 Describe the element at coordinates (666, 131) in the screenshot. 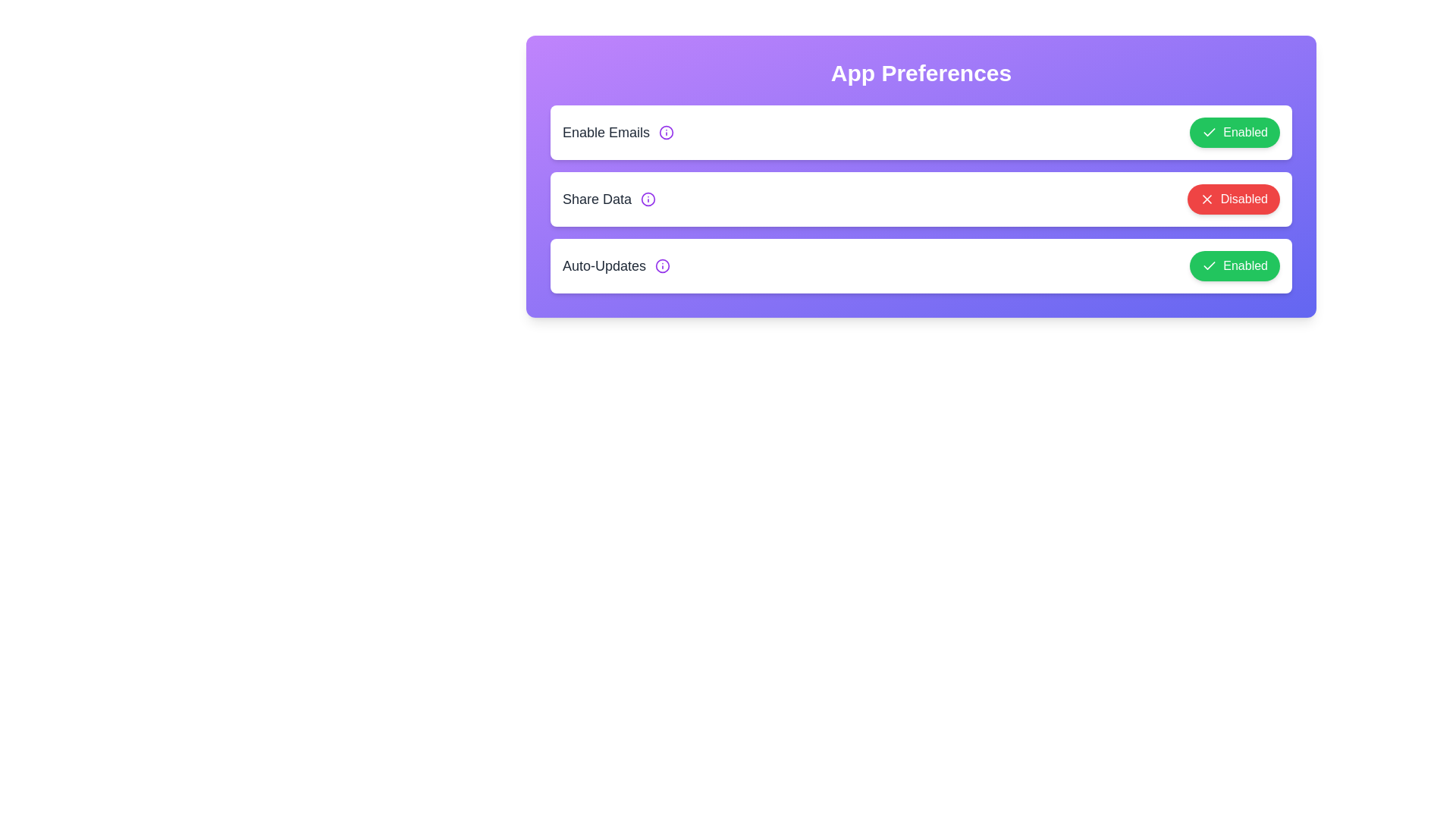

I see `the info icon for Enable Emails` at that location.